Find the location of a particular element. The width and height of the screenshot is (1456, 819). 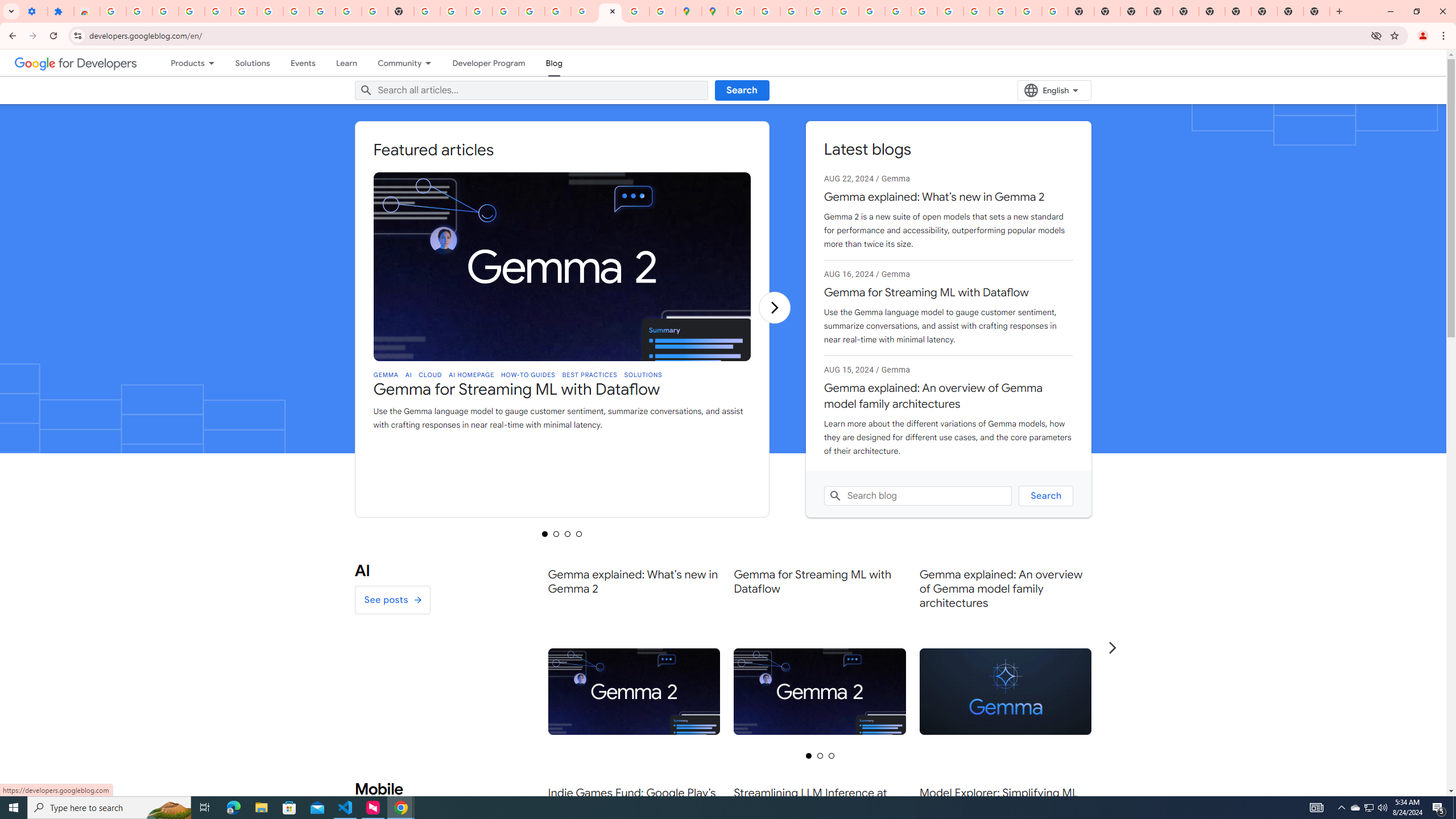

'Google for Developers' is located at coordinates (76, 63).